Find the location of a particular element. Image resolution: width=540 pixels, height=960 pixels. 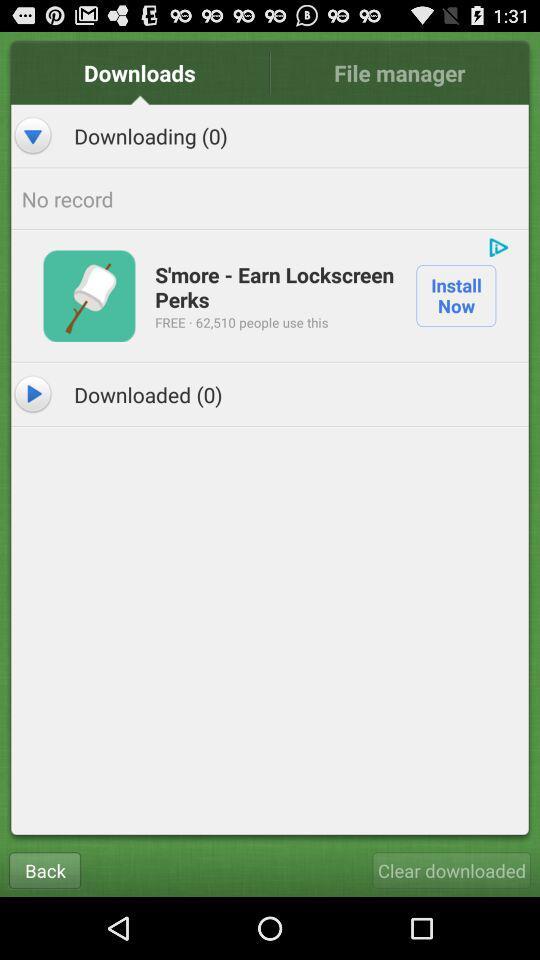

icon next to install now app is located at coordinates (274, 285).